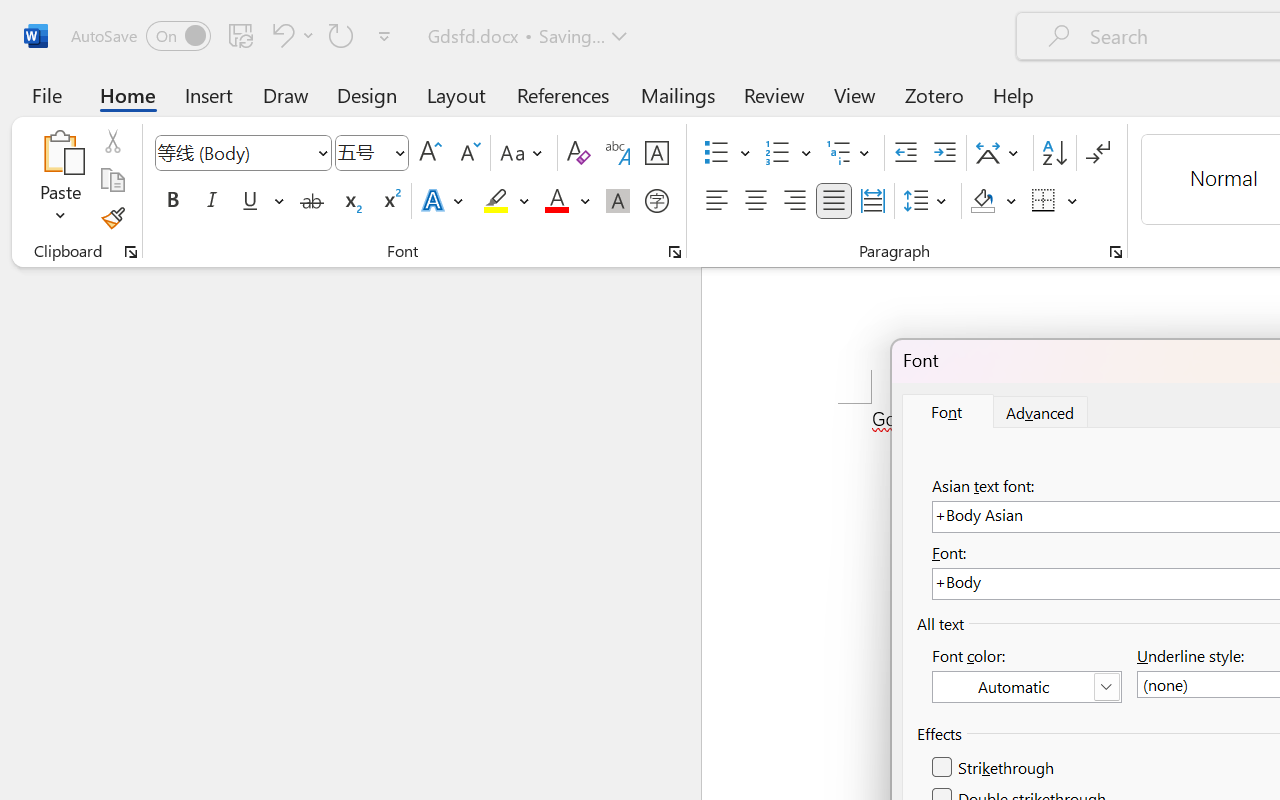 The height and width of the screenshot is (800, 1280). Describe the element at coordinates (834, 201) in the screenshot. I see `'Justify'` at that location.